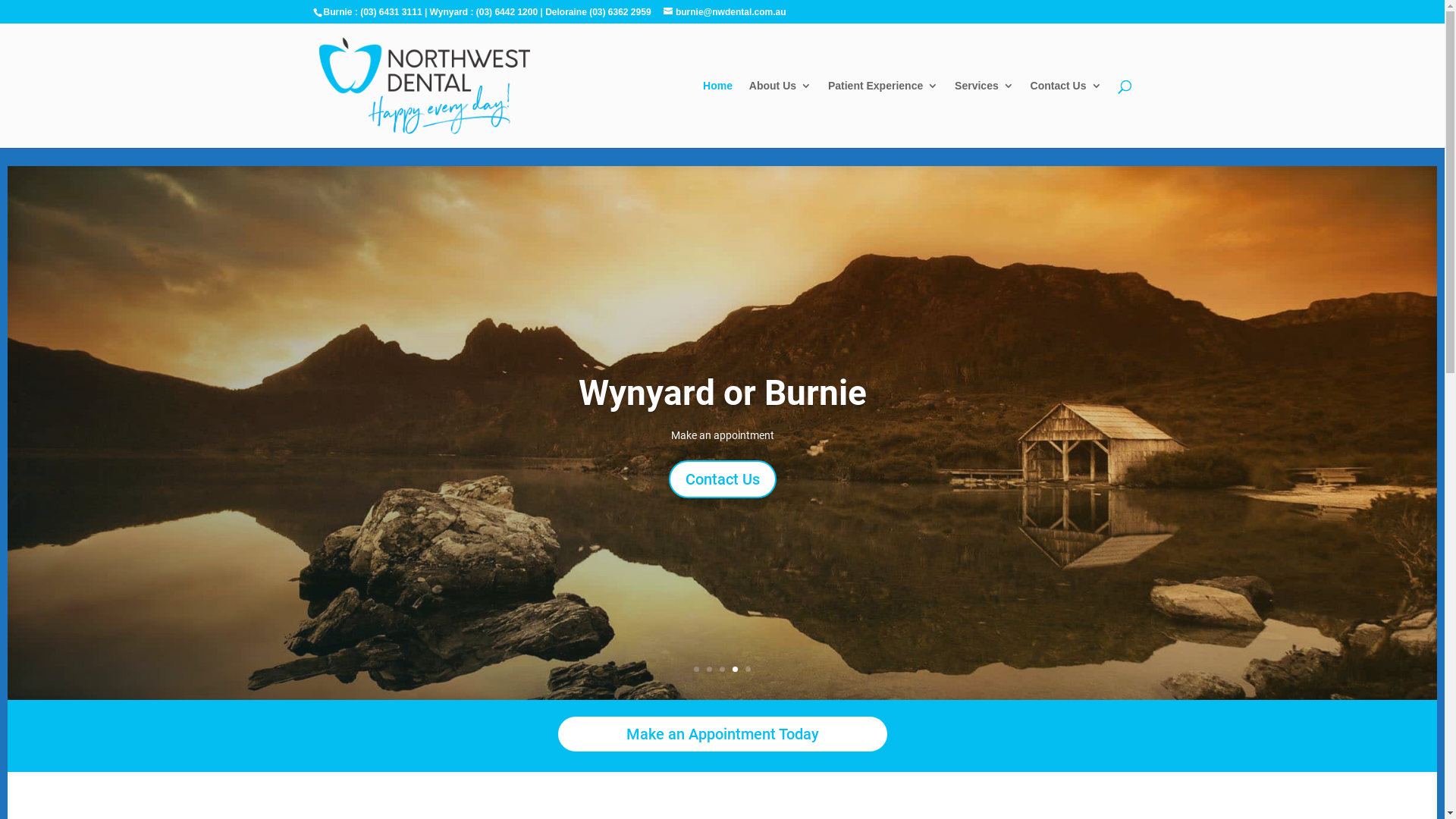 This screenshot has height=819, width=1456. What do you see at coordinates (735, 668) in the screenshot?
I see `'4'` at bounding box center [735, 668].